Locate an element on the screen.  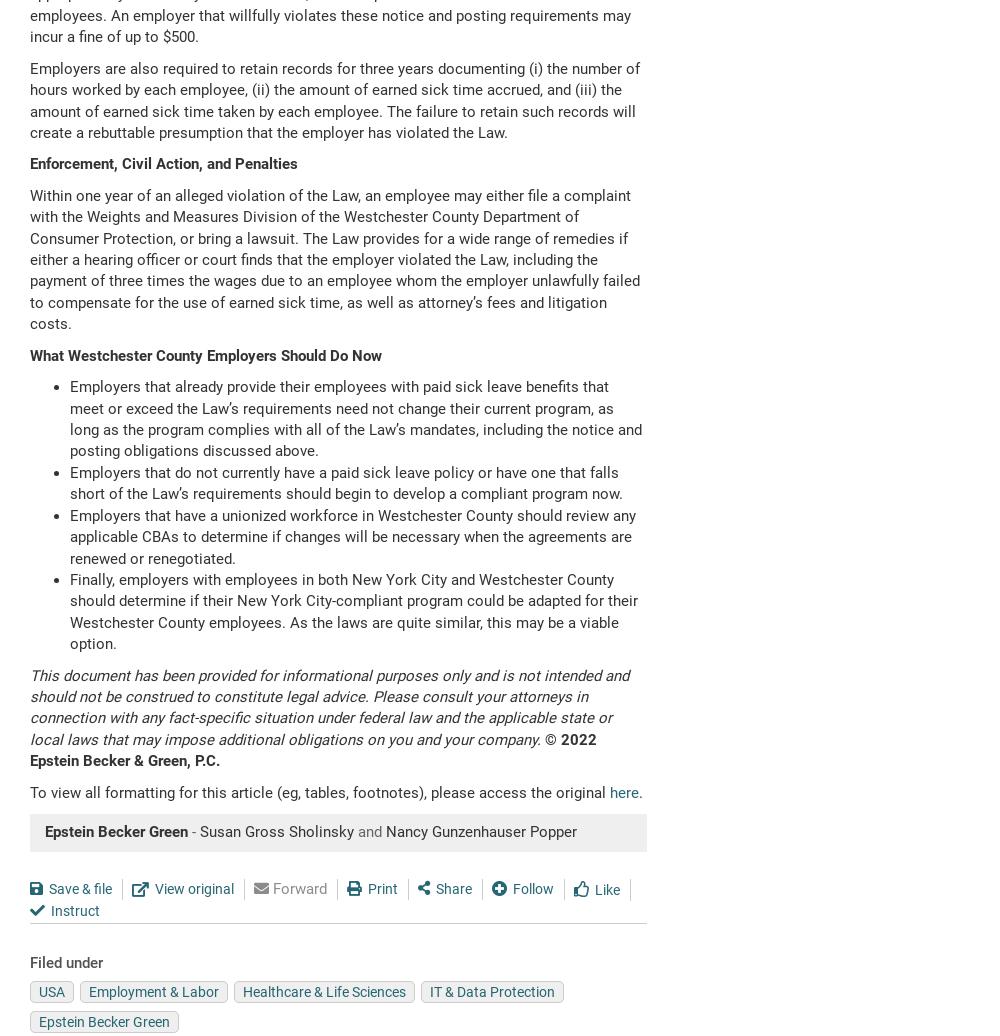
'View original' is located at coordinates (193, 887).